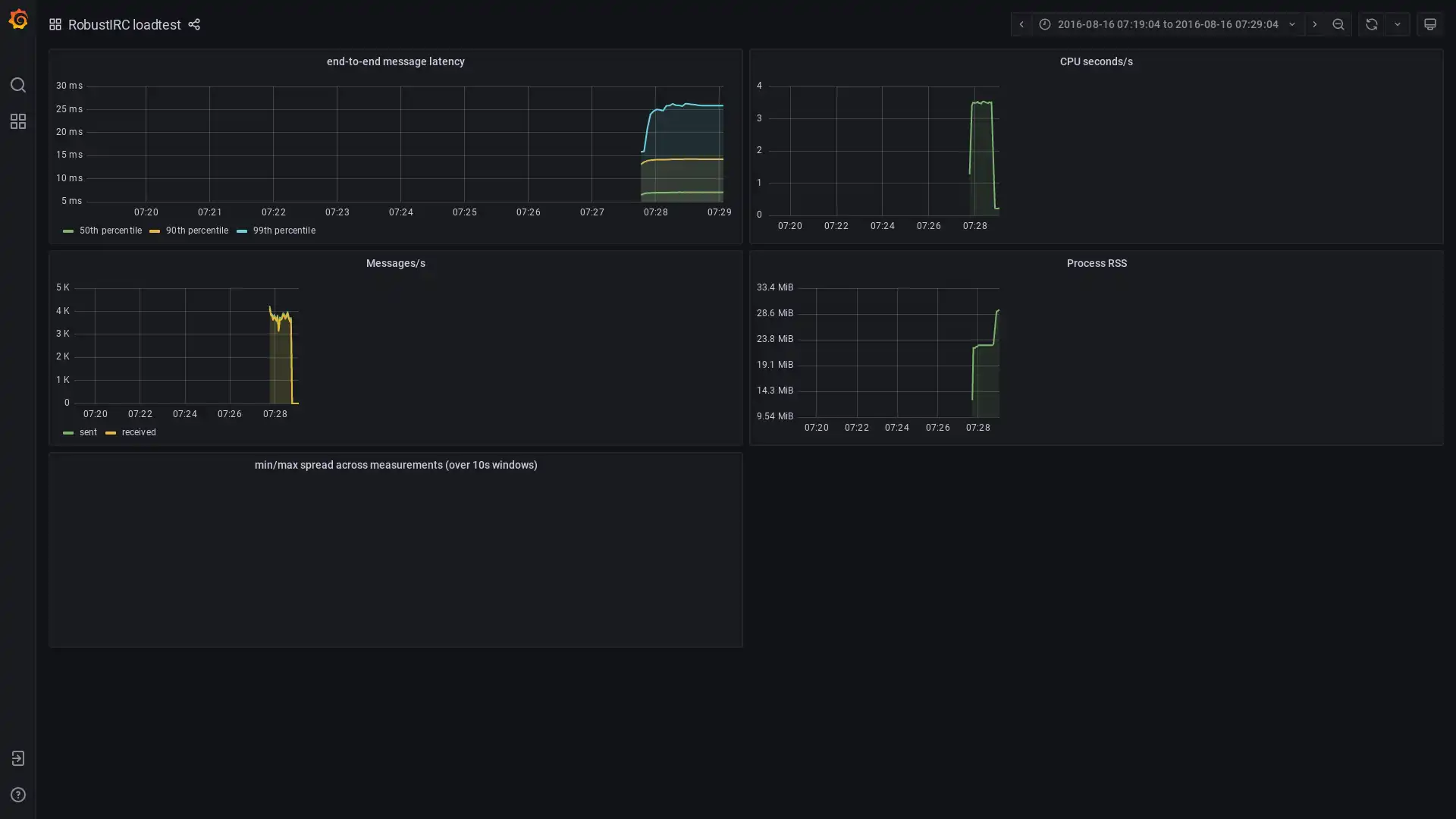 The image size is (1456, 819). Describe the element at coordinates (1338, 24) in the screenshot. I see `Zoom out time range` at that location.